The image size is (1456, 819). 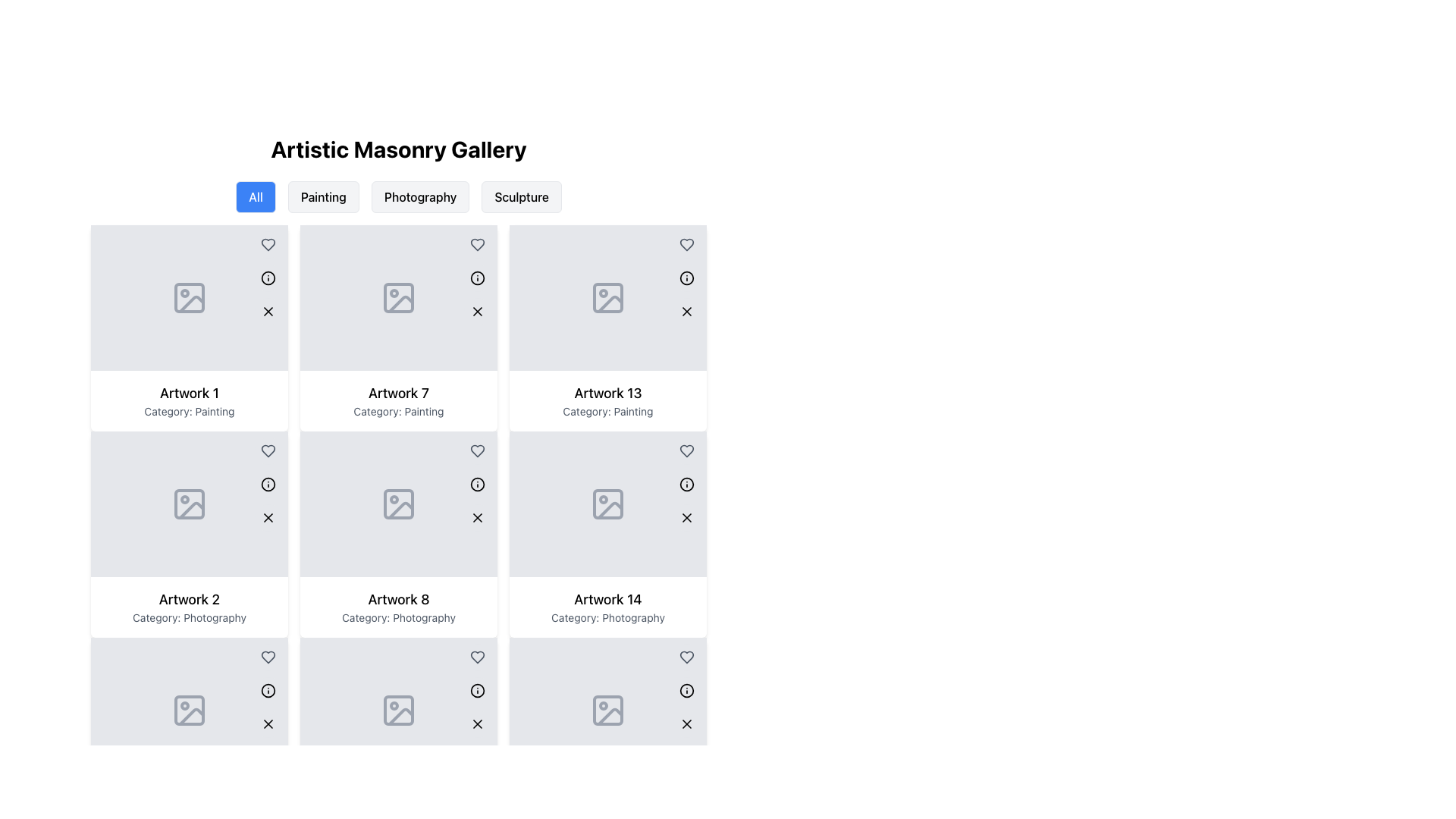 What do you see at coordinates (686, 657) in the screenshot?
I see `the heart-shaped favorite icon with a gray outline located in the upper-right corner of the card labeled 'Artwork 14, Category: Photography'` at bounding box center [686, 657].